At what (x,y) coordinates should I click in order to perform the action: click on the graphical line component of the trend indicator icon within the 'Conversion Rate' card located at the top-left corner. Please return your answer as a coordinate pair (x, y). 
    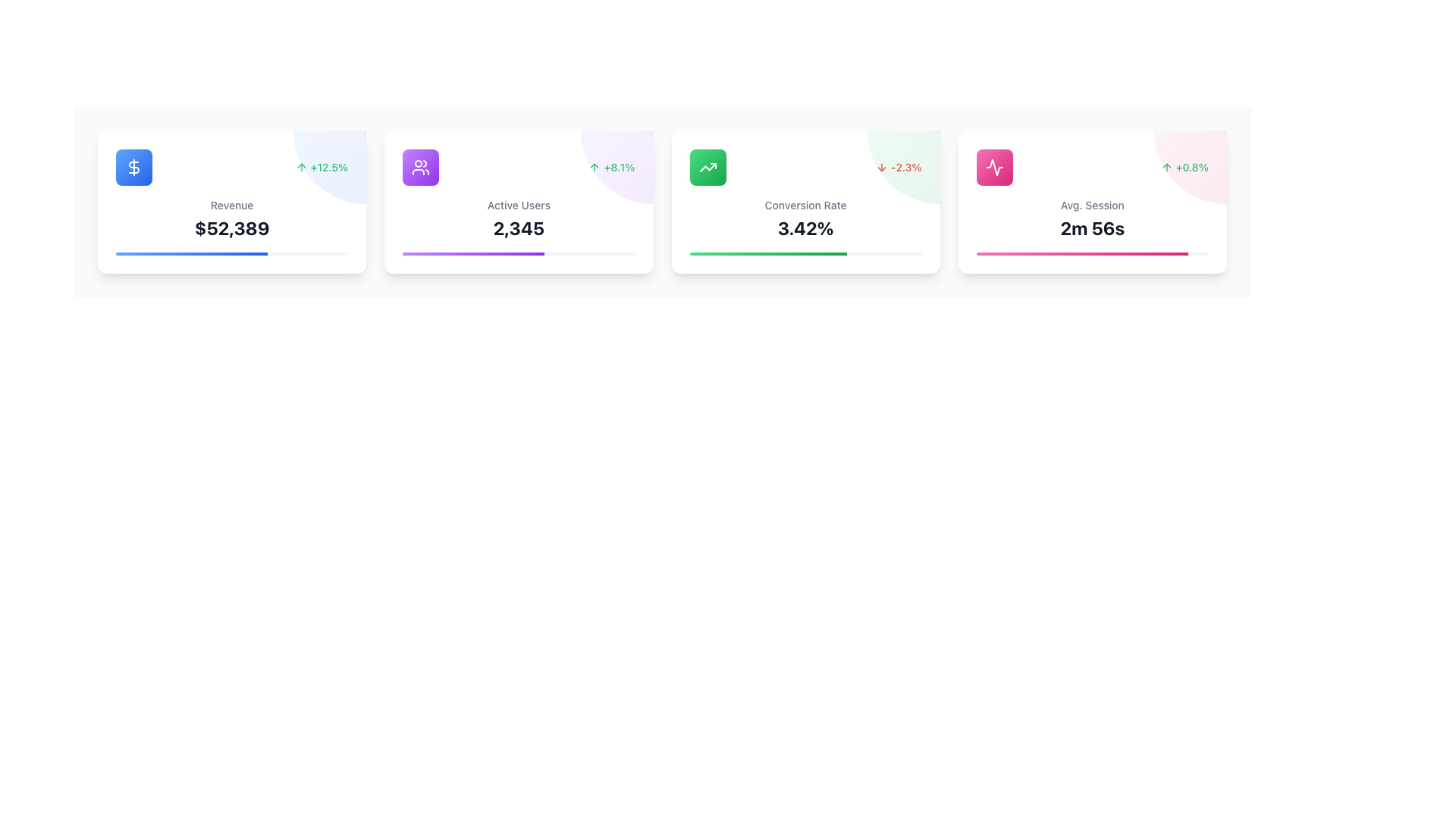
    Looking at the image, I should click on (707, 167).